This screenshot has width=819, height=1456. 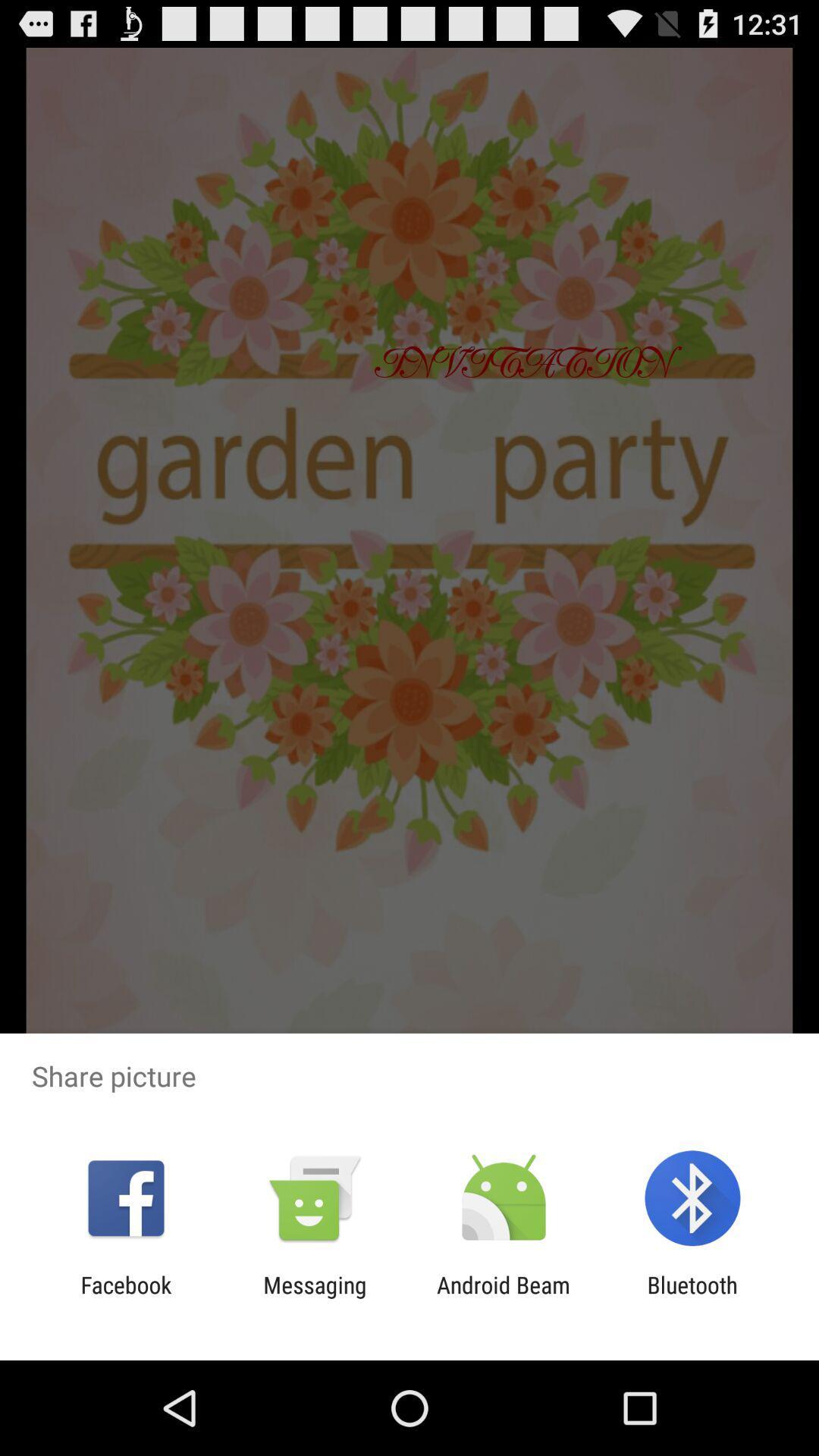 What do you see at coordinates (314, 1298) in the screenshot?
I see `icon to the left of android beam app` at bounding box center [314, 1298].